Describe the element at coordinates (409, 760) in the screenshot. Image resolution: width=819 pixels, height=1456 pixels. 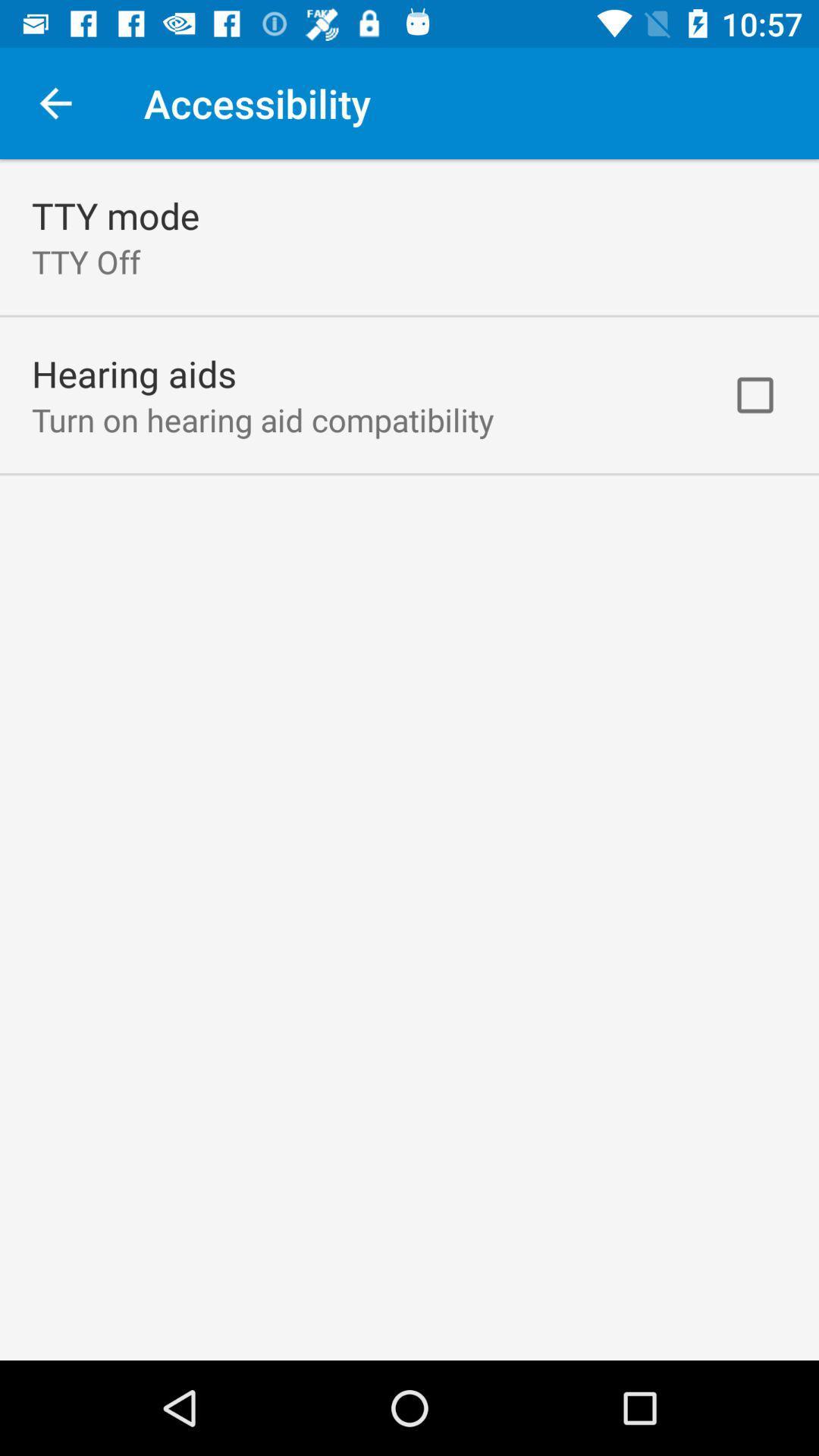
I see `item at the center` at that location.